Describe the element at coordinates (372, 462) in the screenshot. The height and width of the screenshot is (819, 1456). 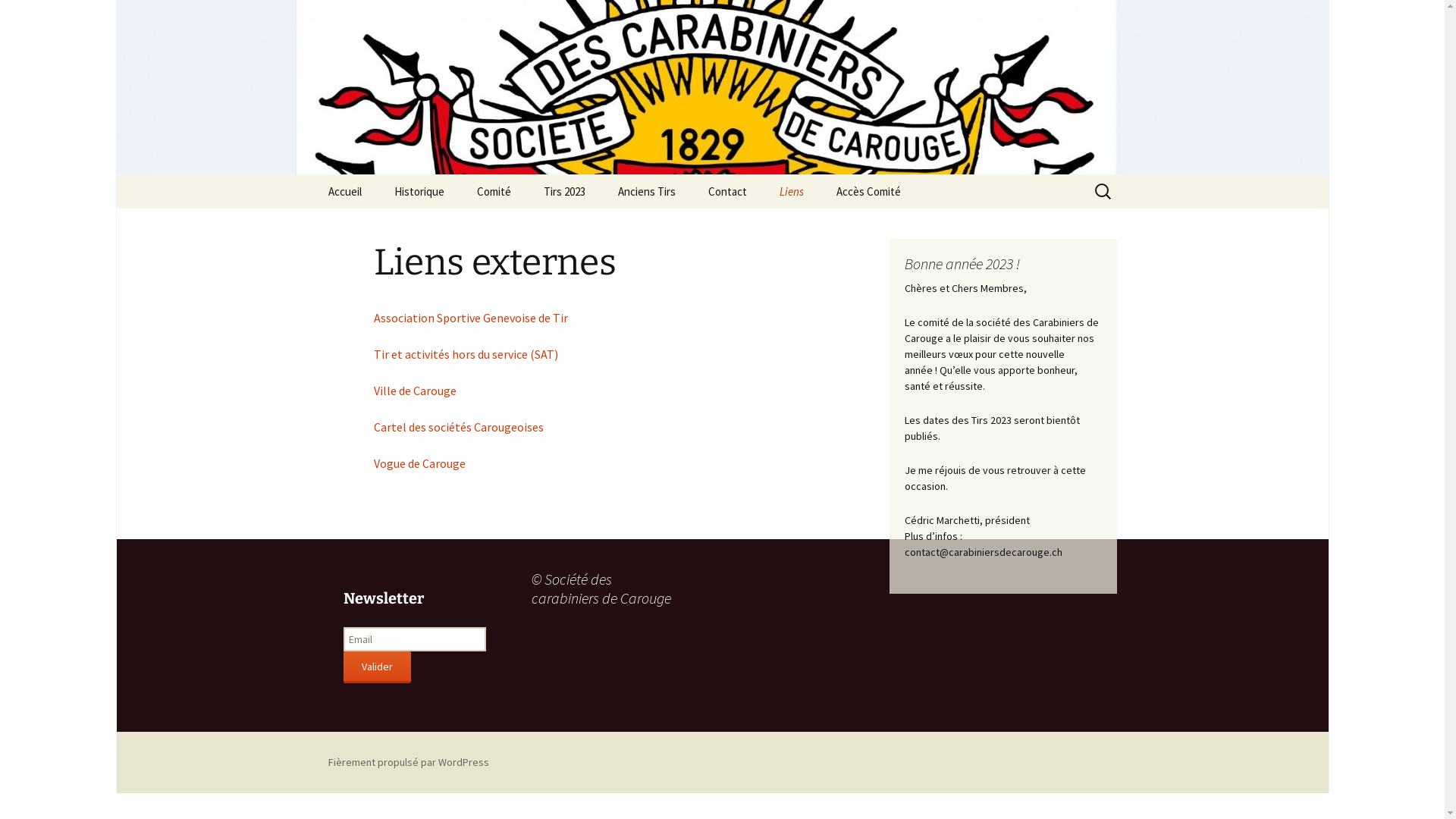
I see `'Vogue de Carouge'` at that location.